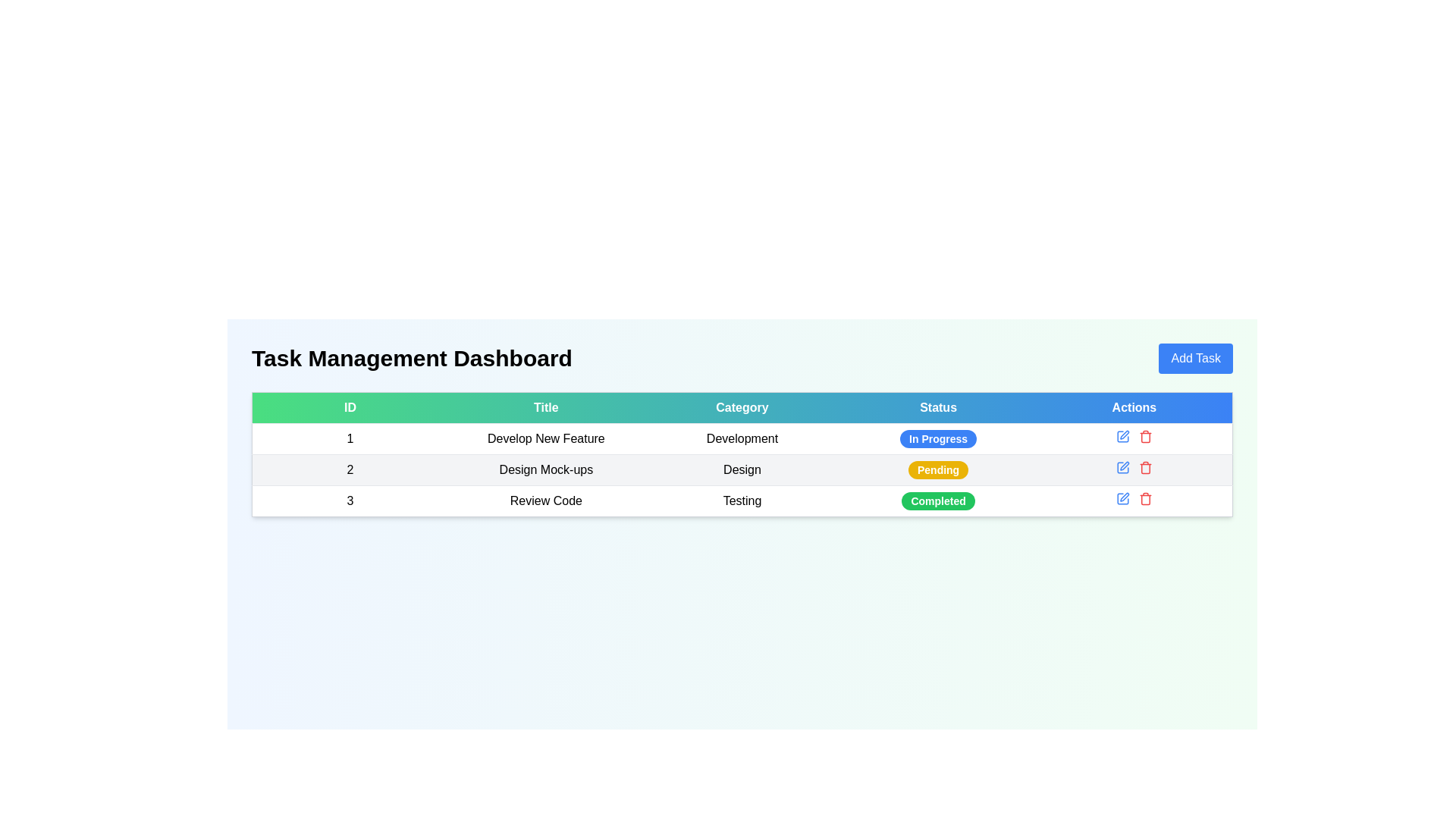  Describe the element at coordinates (742, 406) in the screenshot. I see `the 'Category' text label in the table header, which is displayed in white against a gradient green-to-blue background and is located between the 'Title' and 'Status' headers` at that location.